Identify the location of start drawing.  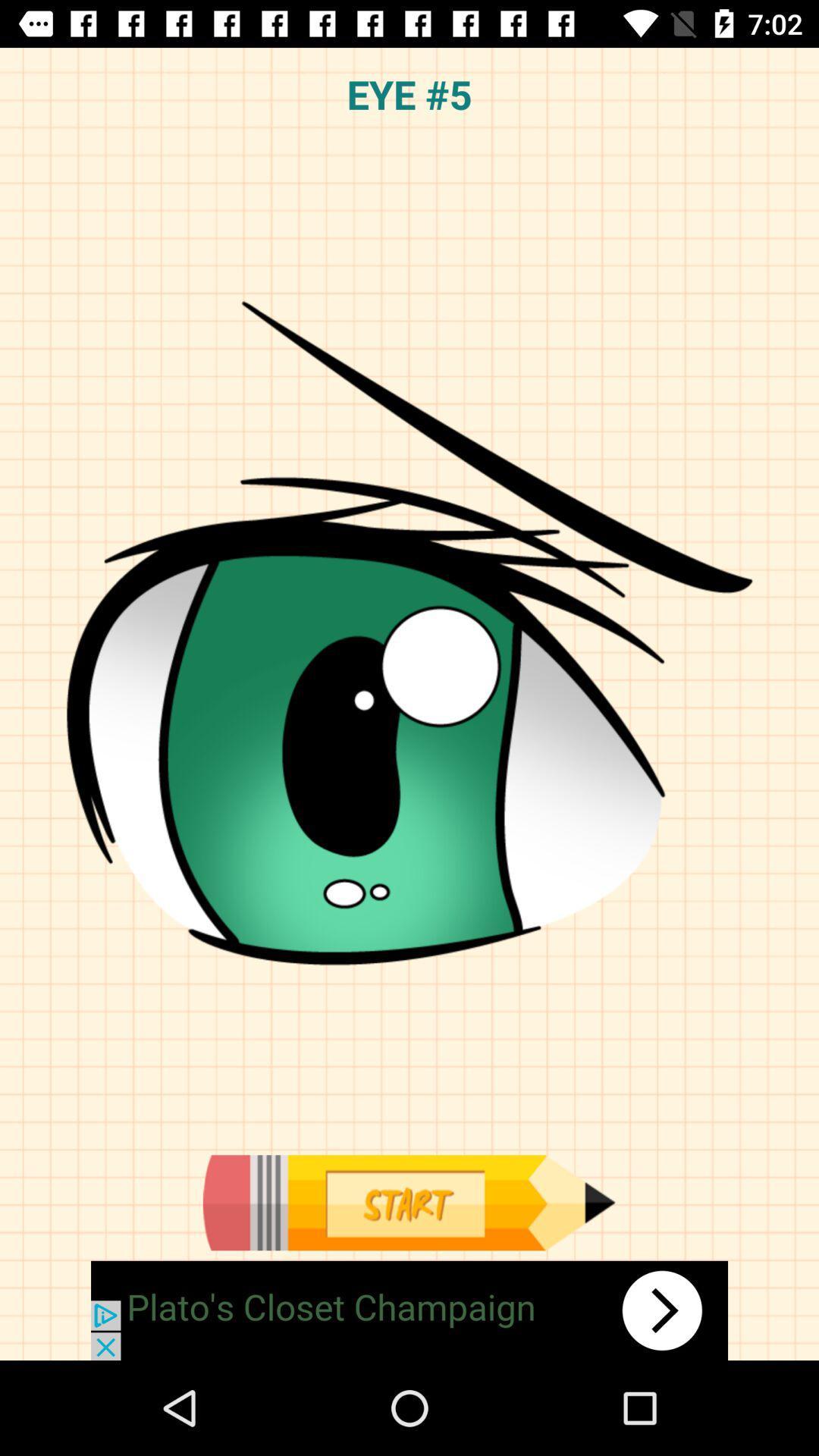
(408, 1202).